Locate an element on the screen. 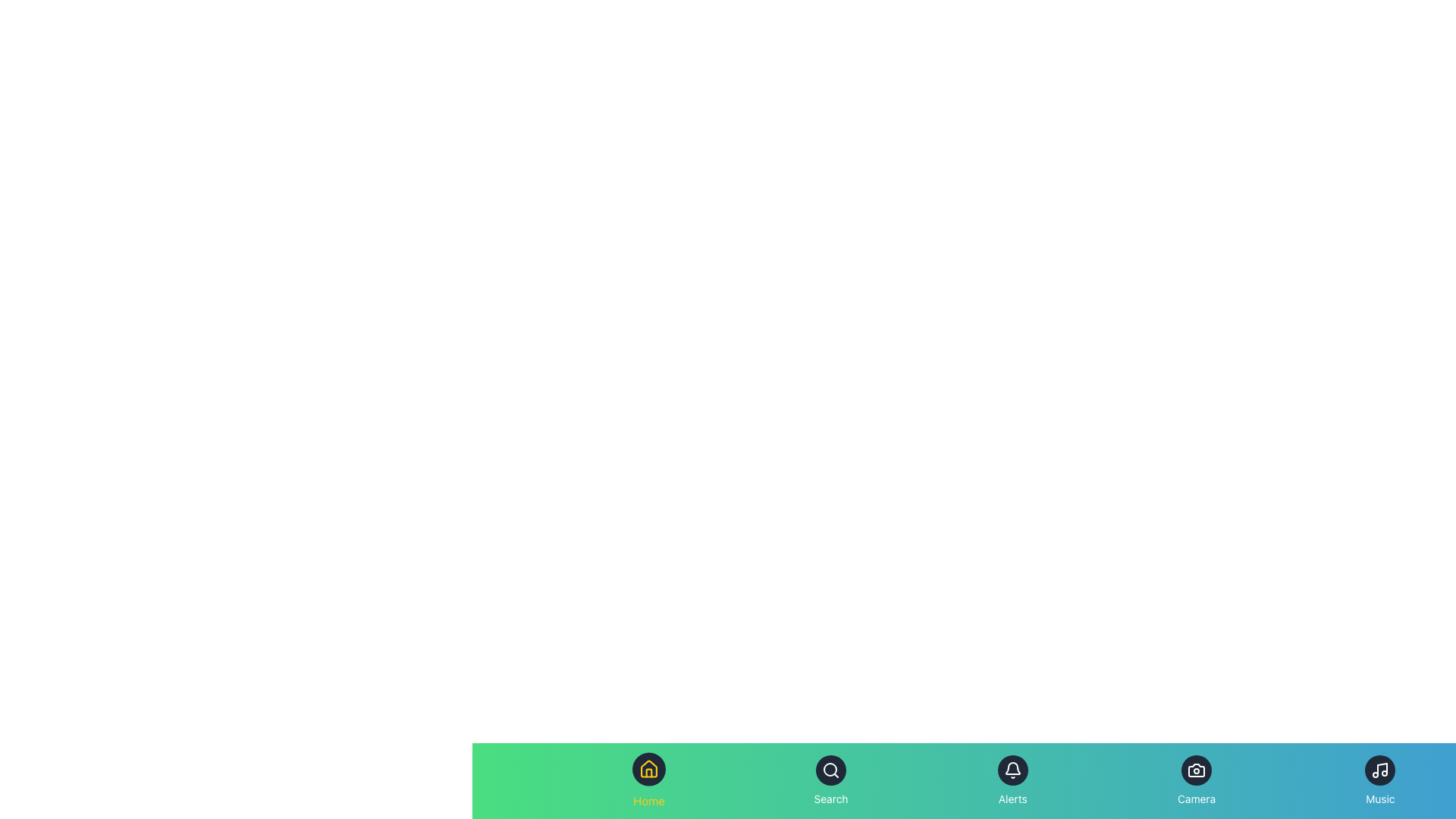  the 'Camera' icon located centrally within the 'Camera' button area is located at coordinates (1196, 770).